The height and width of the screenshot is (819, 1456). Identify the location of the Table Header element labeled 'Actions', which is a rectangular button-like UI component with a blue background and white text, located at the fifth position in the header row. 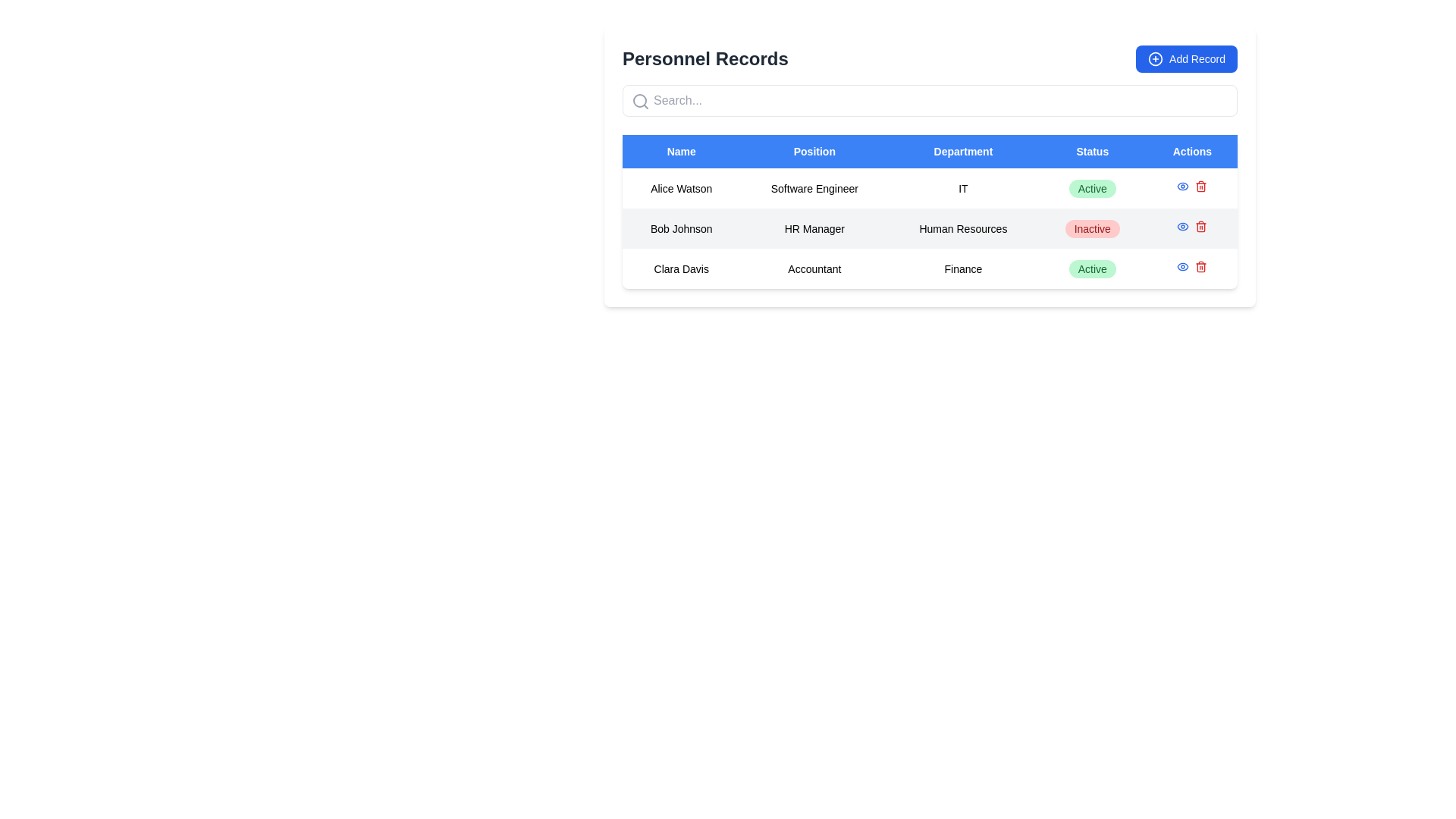
(1191, 152).